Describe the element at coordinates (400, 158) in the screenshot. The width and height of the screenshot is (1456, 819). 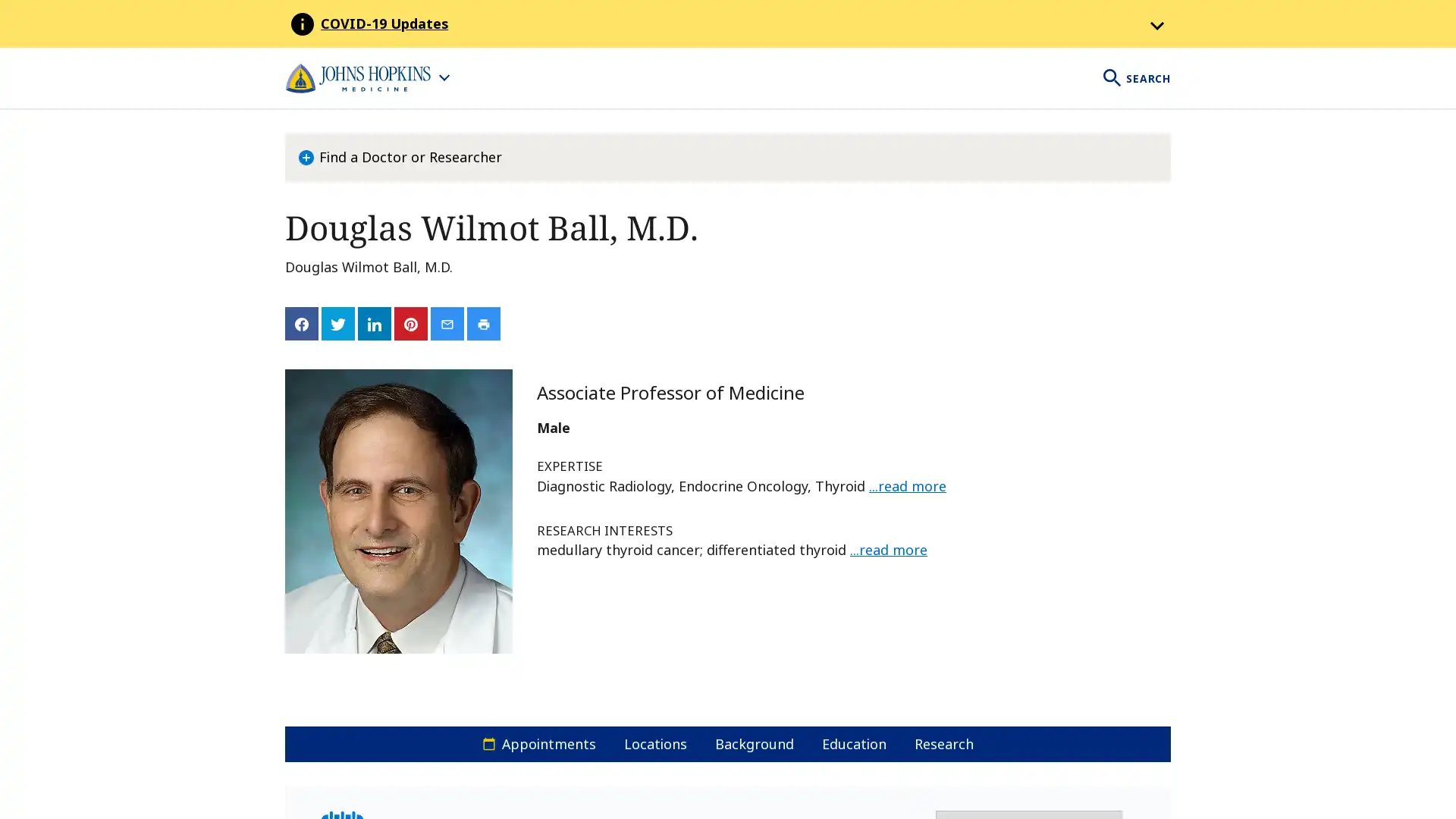
I see `Find a Doctor or Researcher` at that location.